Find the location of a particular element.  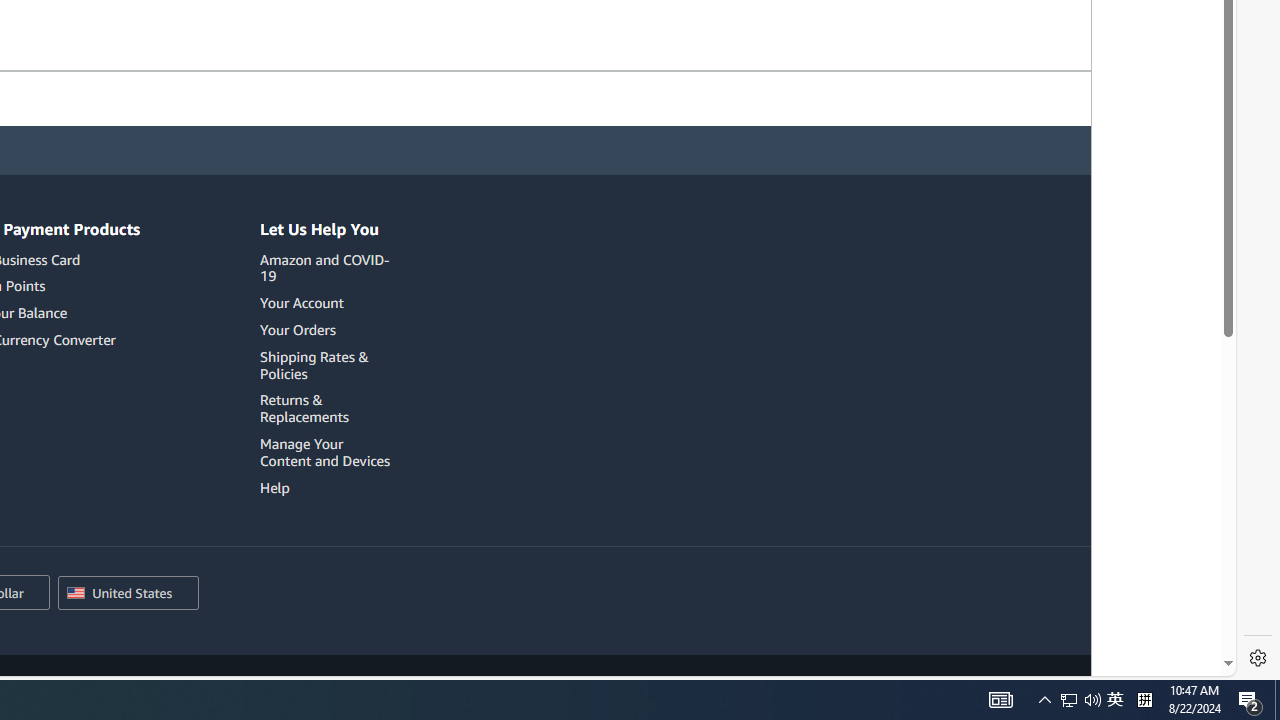

'Manage Your Content and Devices' is located at coordinates (328, 452).